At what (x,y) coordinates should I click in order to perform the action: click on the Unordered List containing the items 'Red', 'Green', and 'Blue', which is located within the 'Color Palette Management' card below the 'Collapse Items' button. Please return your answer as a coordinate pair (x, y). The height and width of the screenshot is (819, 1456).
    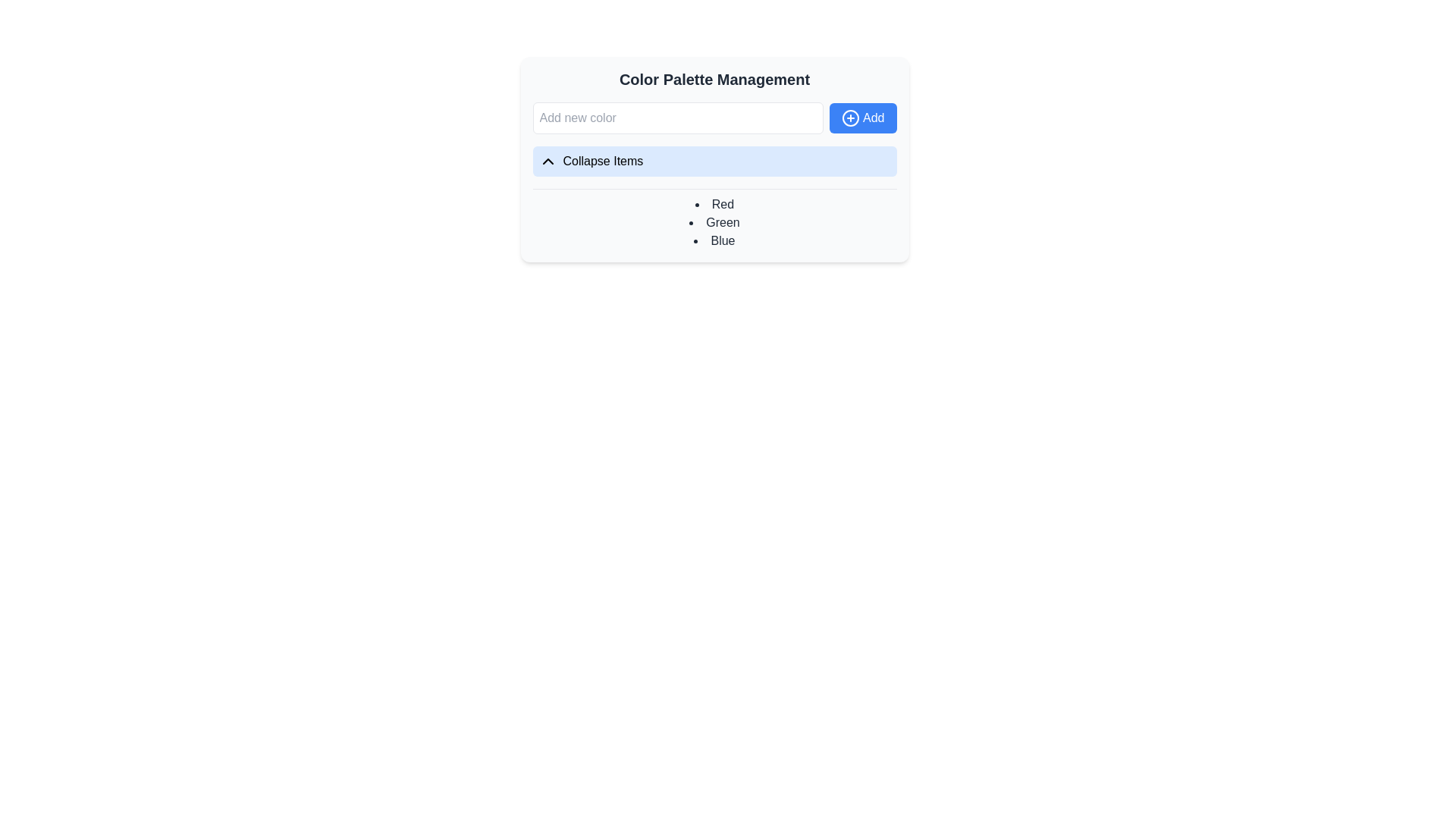
    Looking at the image, I should click on (714, 219).